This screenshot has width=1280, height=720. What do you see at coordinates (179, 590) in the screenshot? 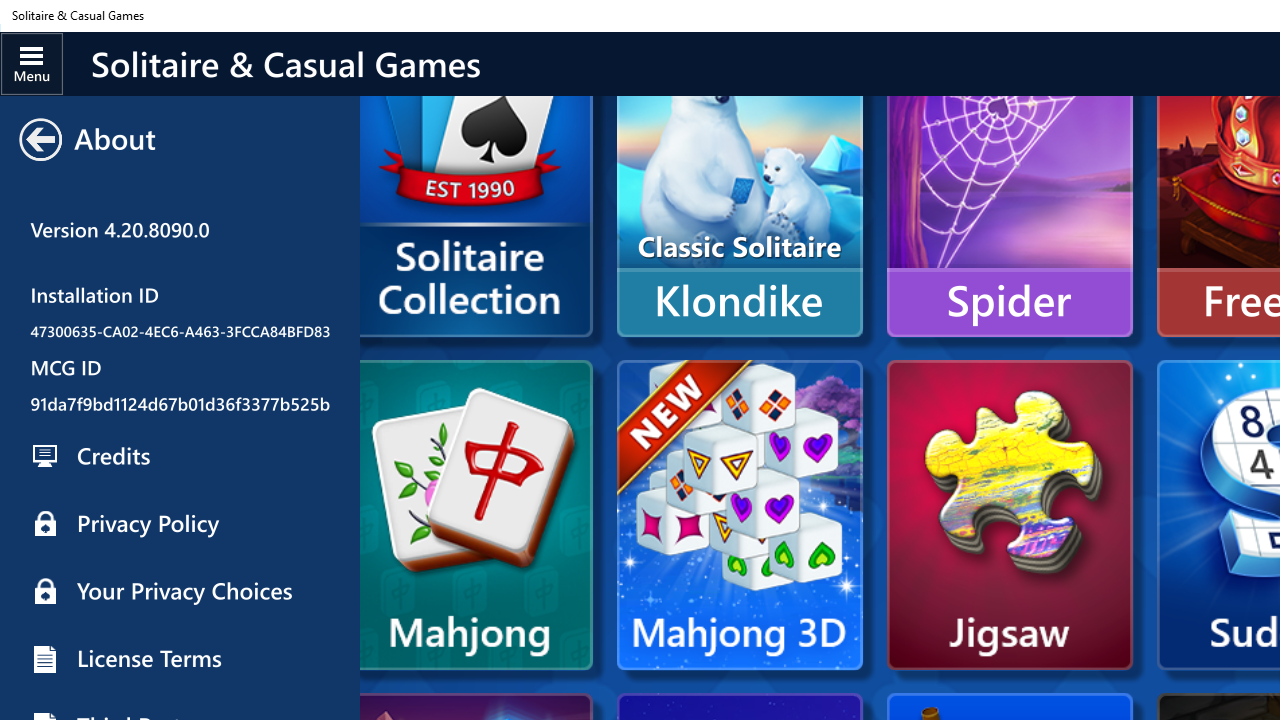
I see `'Your Privacy Choices'` at bounding box center [179, 590].